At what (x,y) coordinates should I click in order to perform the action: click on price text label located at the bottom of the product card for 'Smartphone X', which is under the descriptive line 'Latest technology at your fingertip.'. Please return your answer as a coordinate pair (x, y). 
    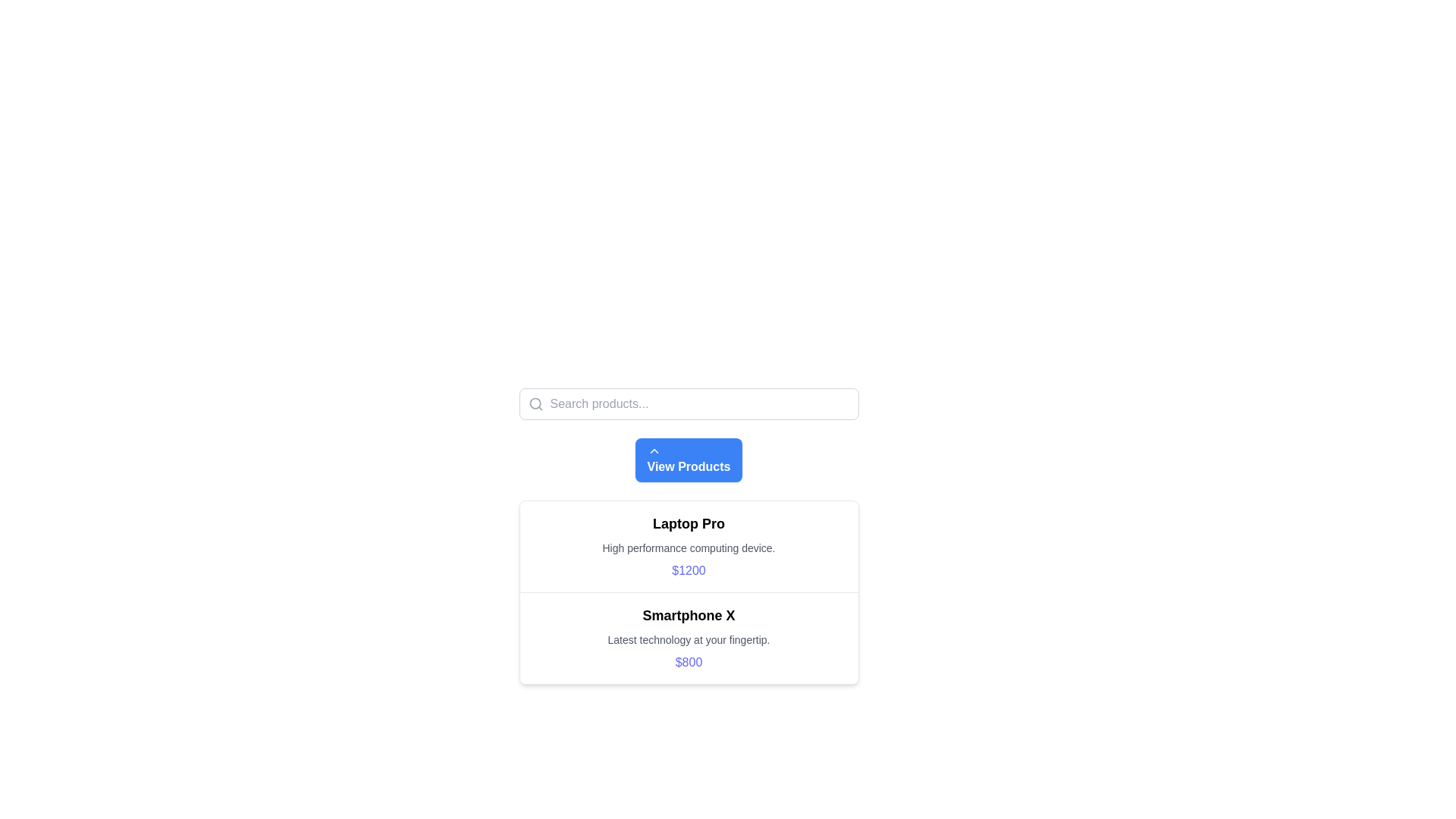
    Looking at the image, I should click on (688, 662).